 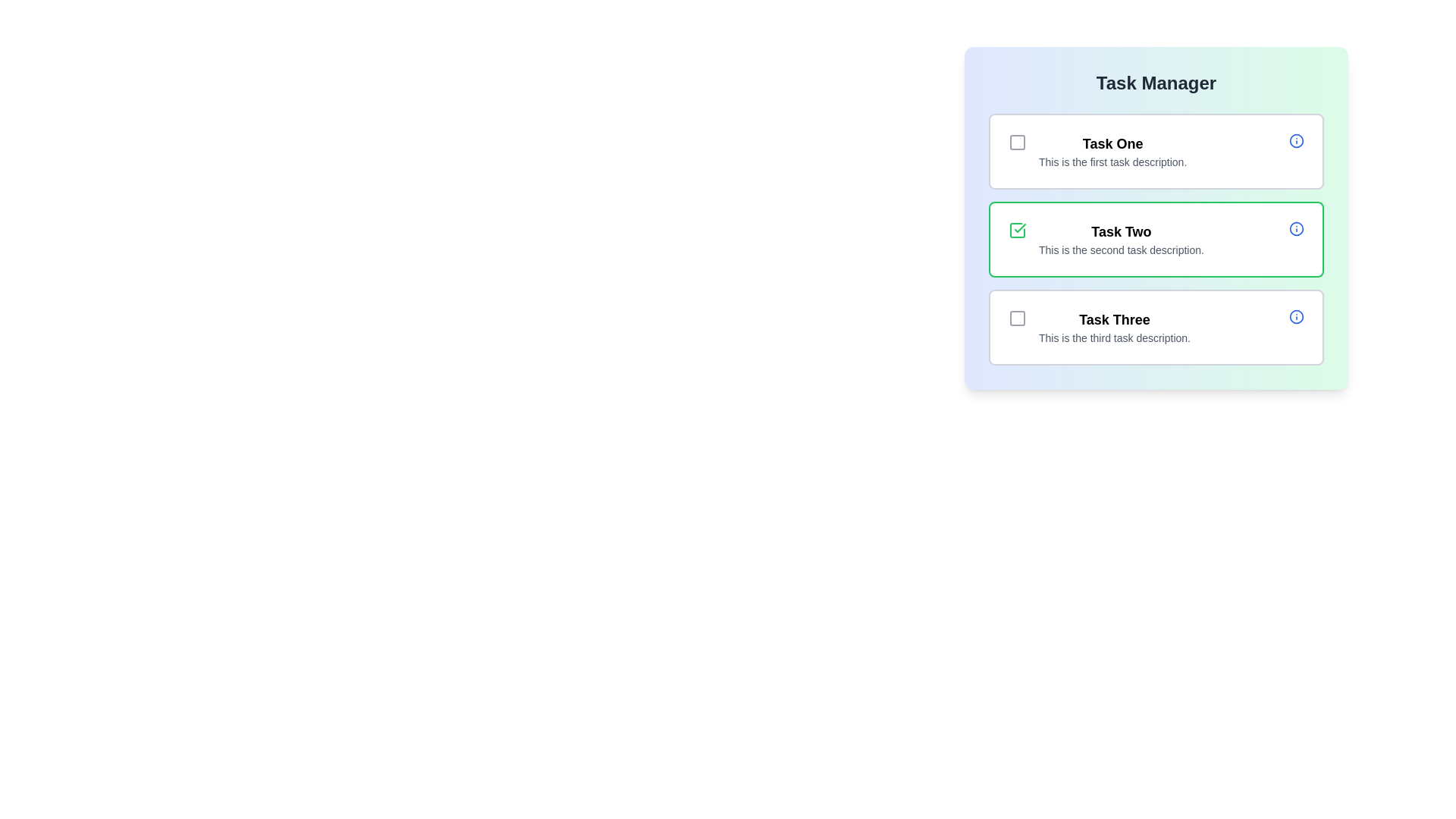 I want to click on the second task item in the Task Manager to mark it as completed, so click(x=1156, y=239).